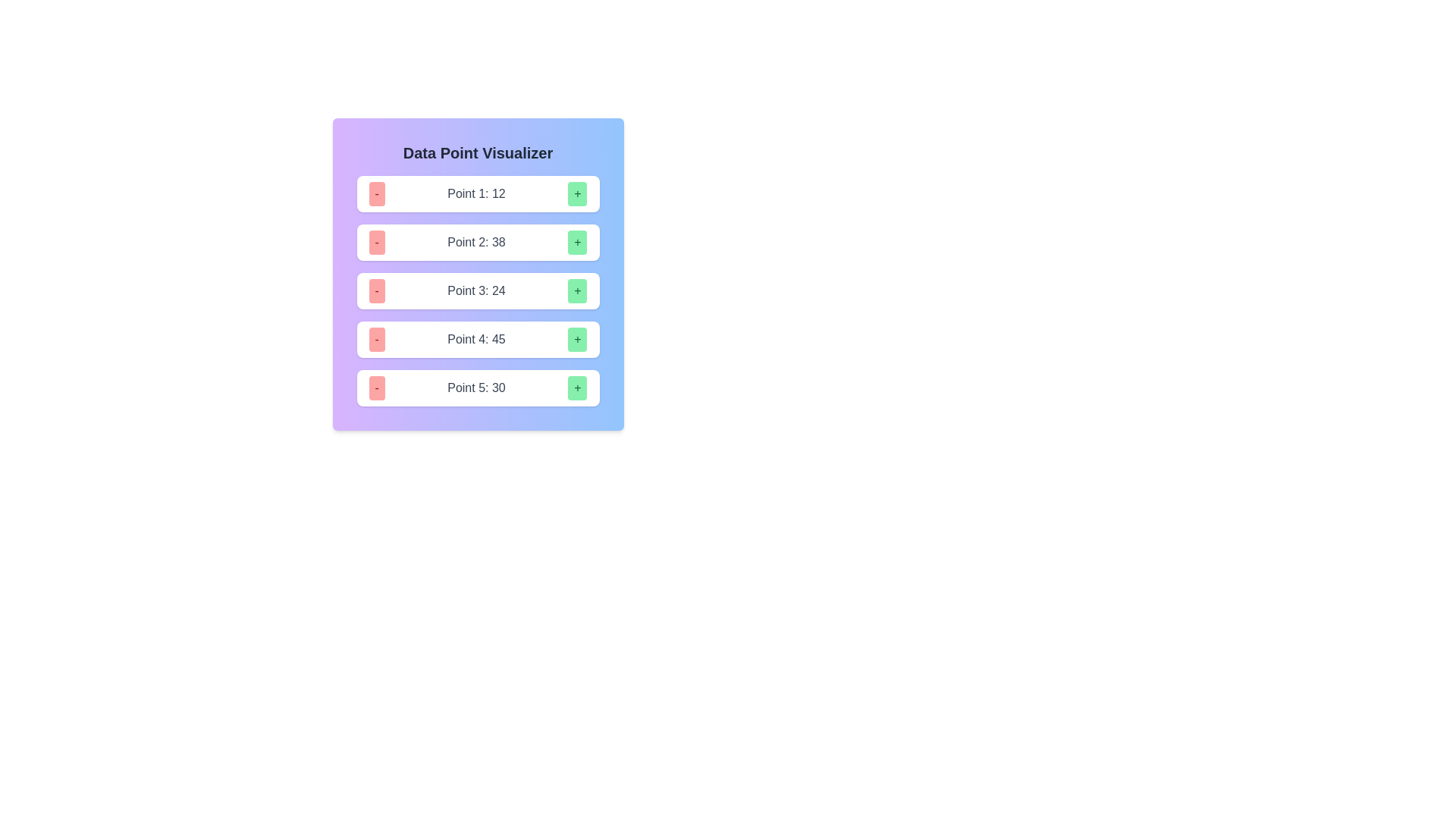  Describe the element at coordinates (377, 242) in the screenshot. I see `the button to the left of the label 'Point 2: 38' to observe a color change effect` at that location.